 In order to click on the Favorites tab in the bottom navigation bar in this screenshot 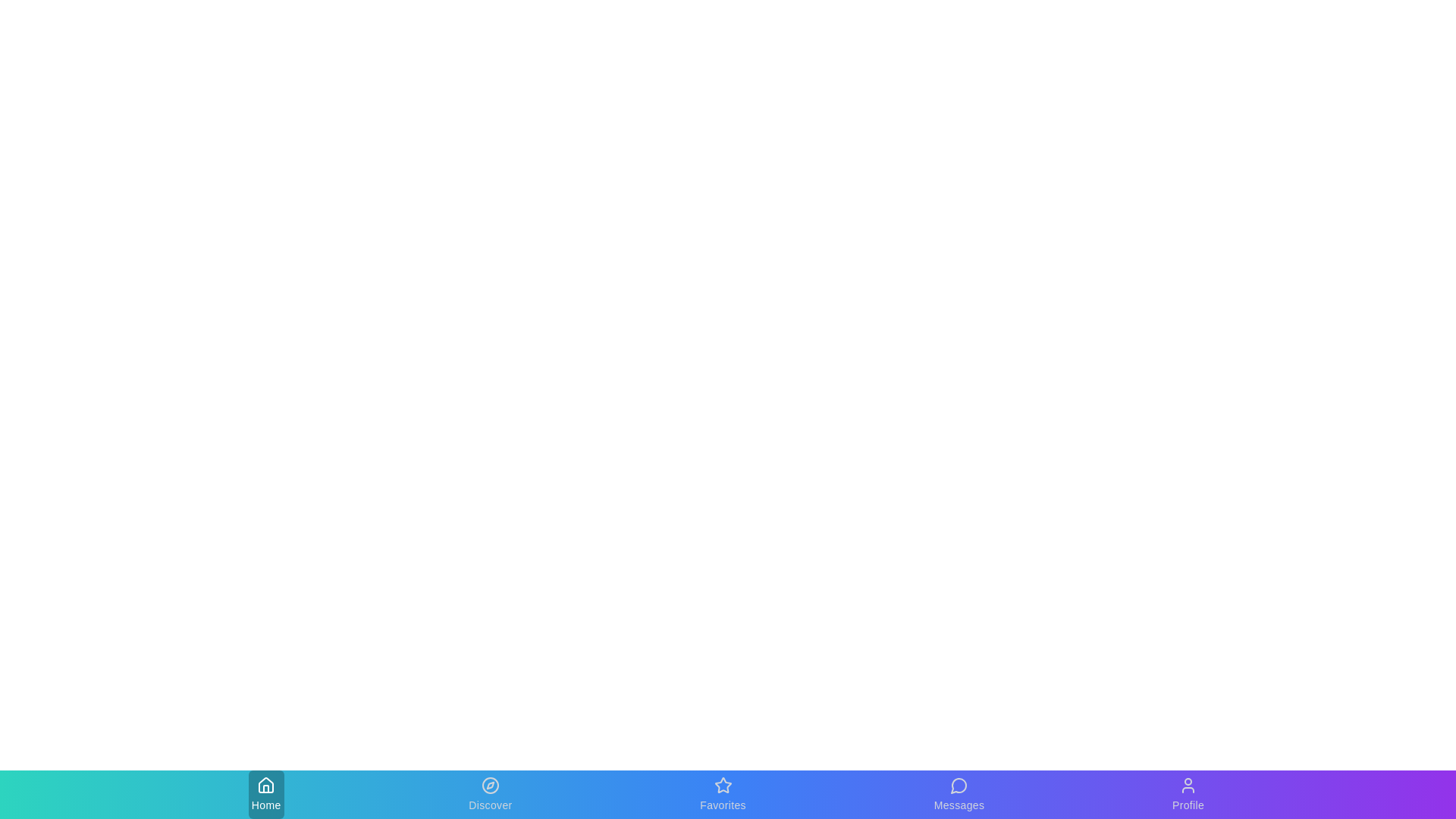, I will do `click(723, 794)`.